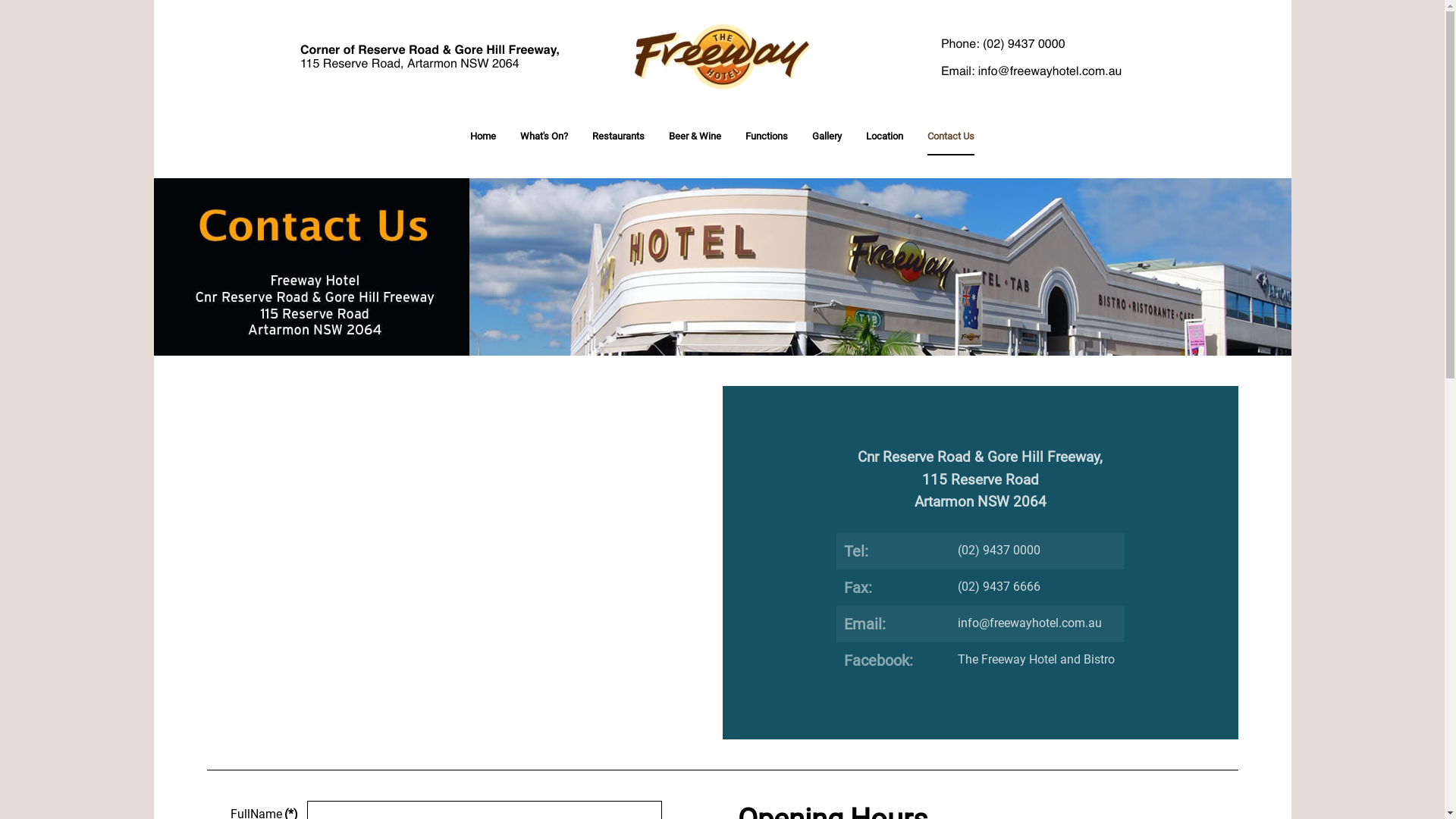  I want to click on 'Home', so click(482, 136).